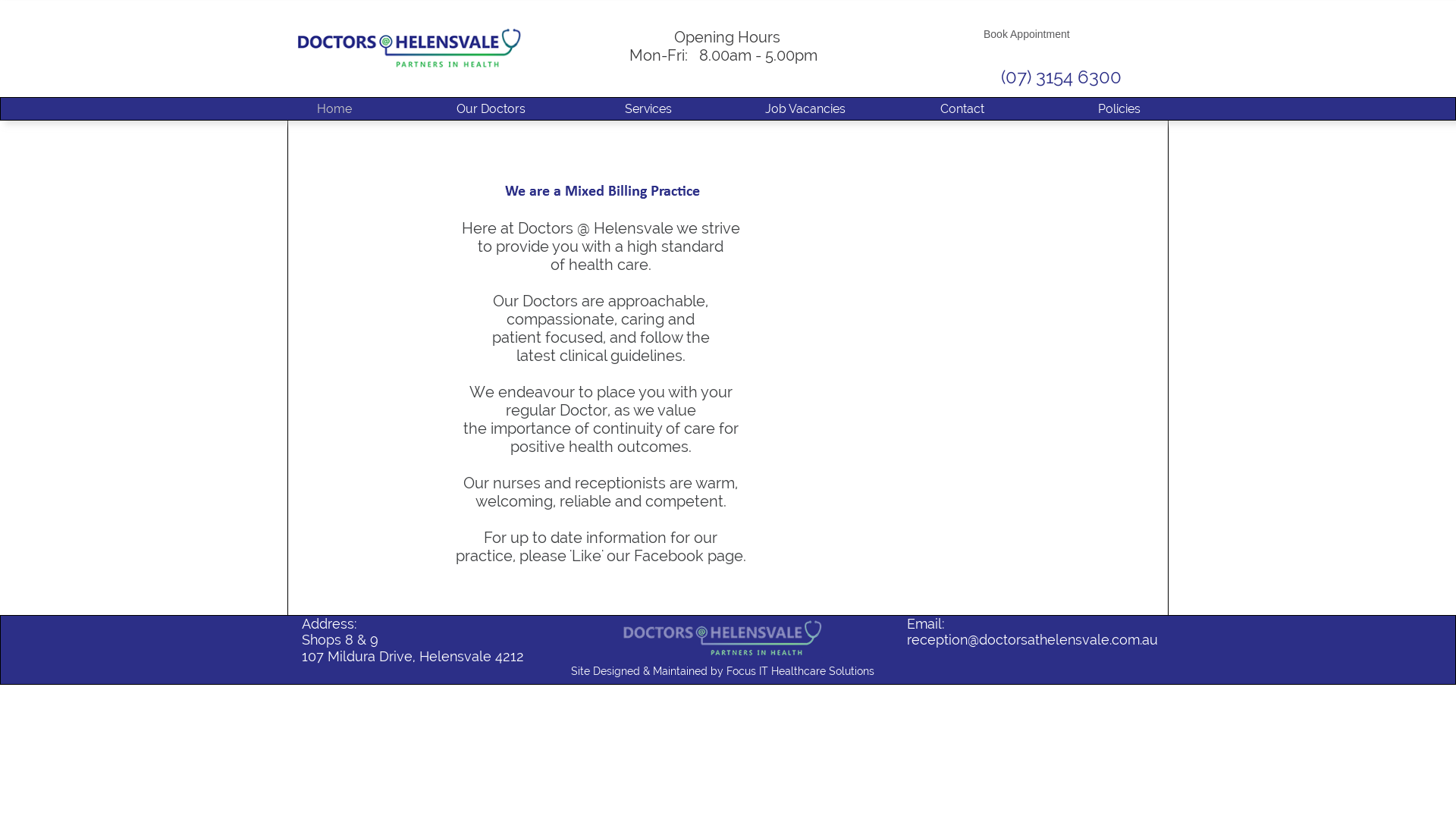 This screenshot has width=1456, height=819. I want to click on 'Job Vacancies', so click(804, 108).